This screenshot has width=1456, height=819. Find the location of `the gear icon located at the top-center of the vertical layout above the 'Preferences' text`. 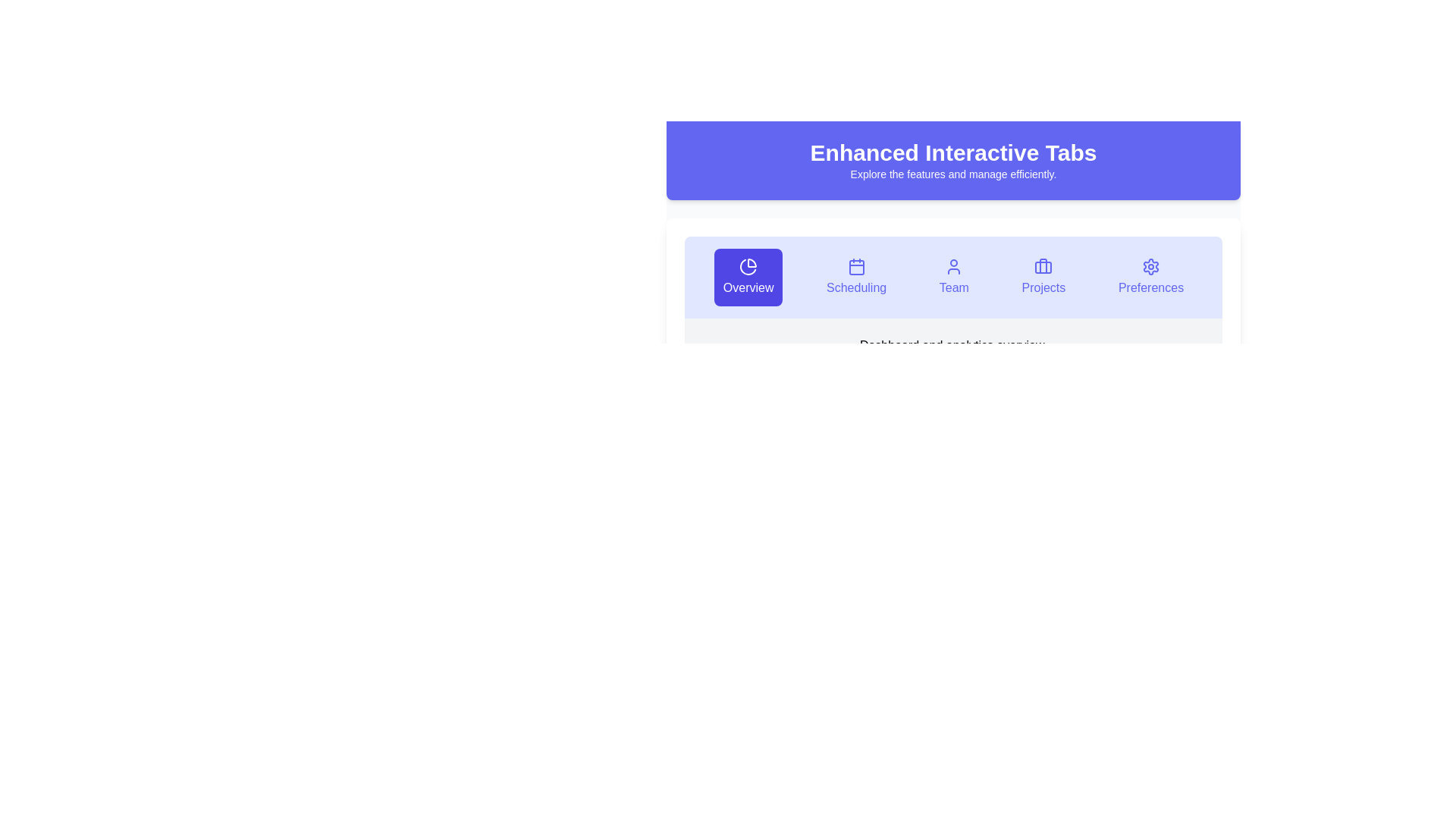

the gear icon located at the top-center of the vertical layout above the 'Preferences' text is located at coordinates (1150, 265).